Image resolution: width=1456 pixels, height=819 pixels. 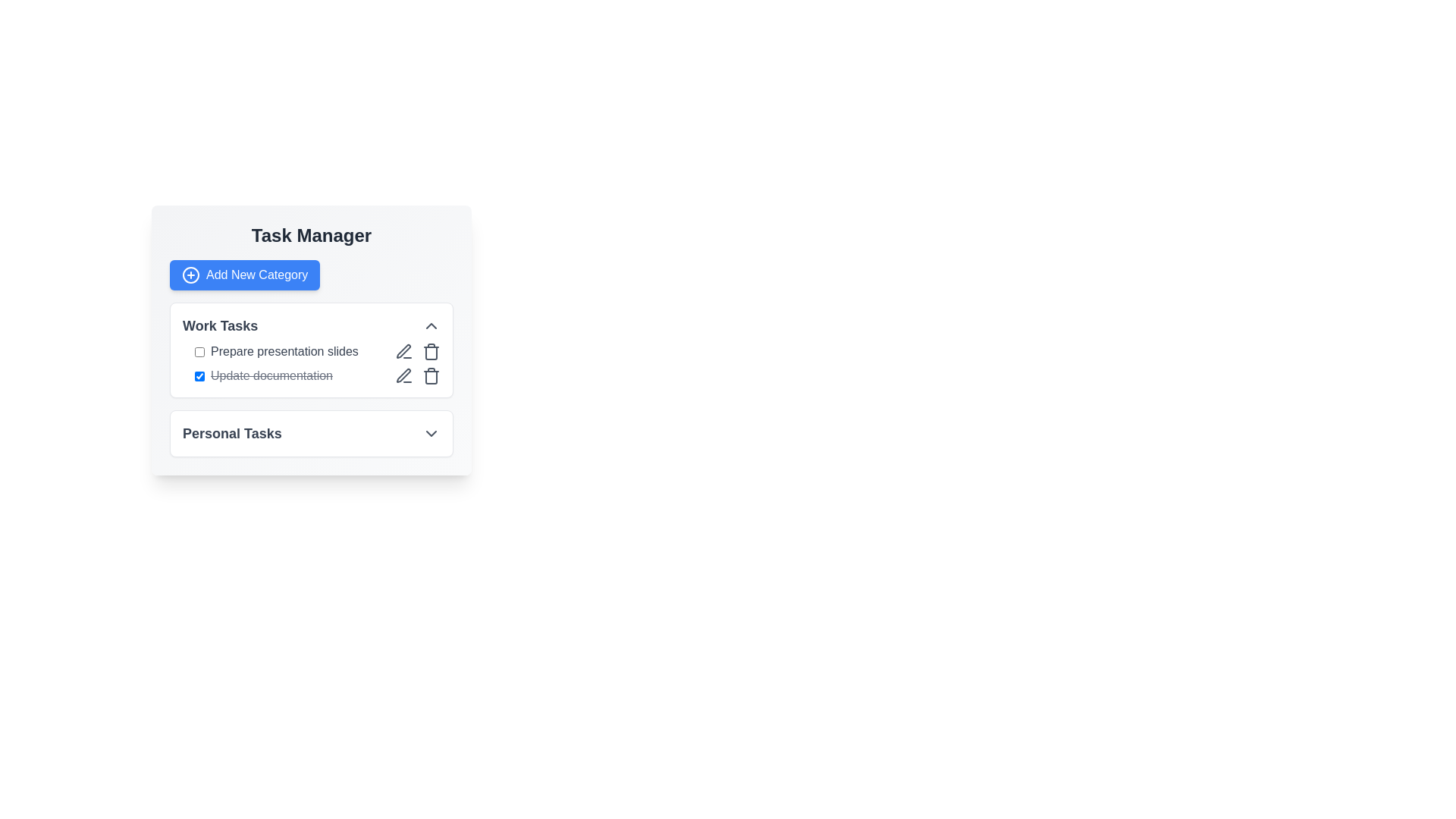 I want to click on the delete button, represented by a trash can icon, so click(x=431, y=375).